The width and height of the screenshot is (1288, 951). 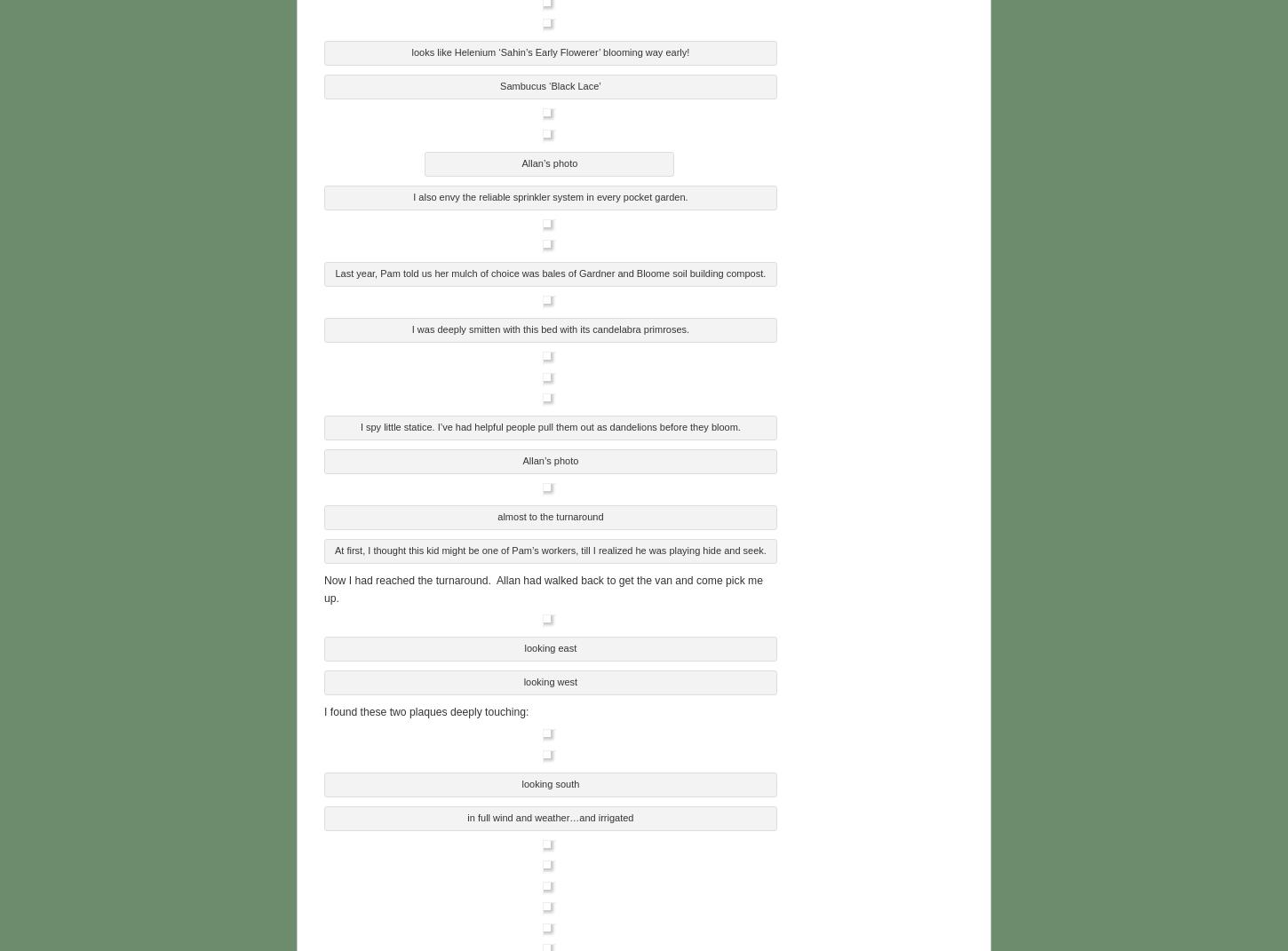 I want to click on 'almost to the turnaround', so click(x=549, y=514).